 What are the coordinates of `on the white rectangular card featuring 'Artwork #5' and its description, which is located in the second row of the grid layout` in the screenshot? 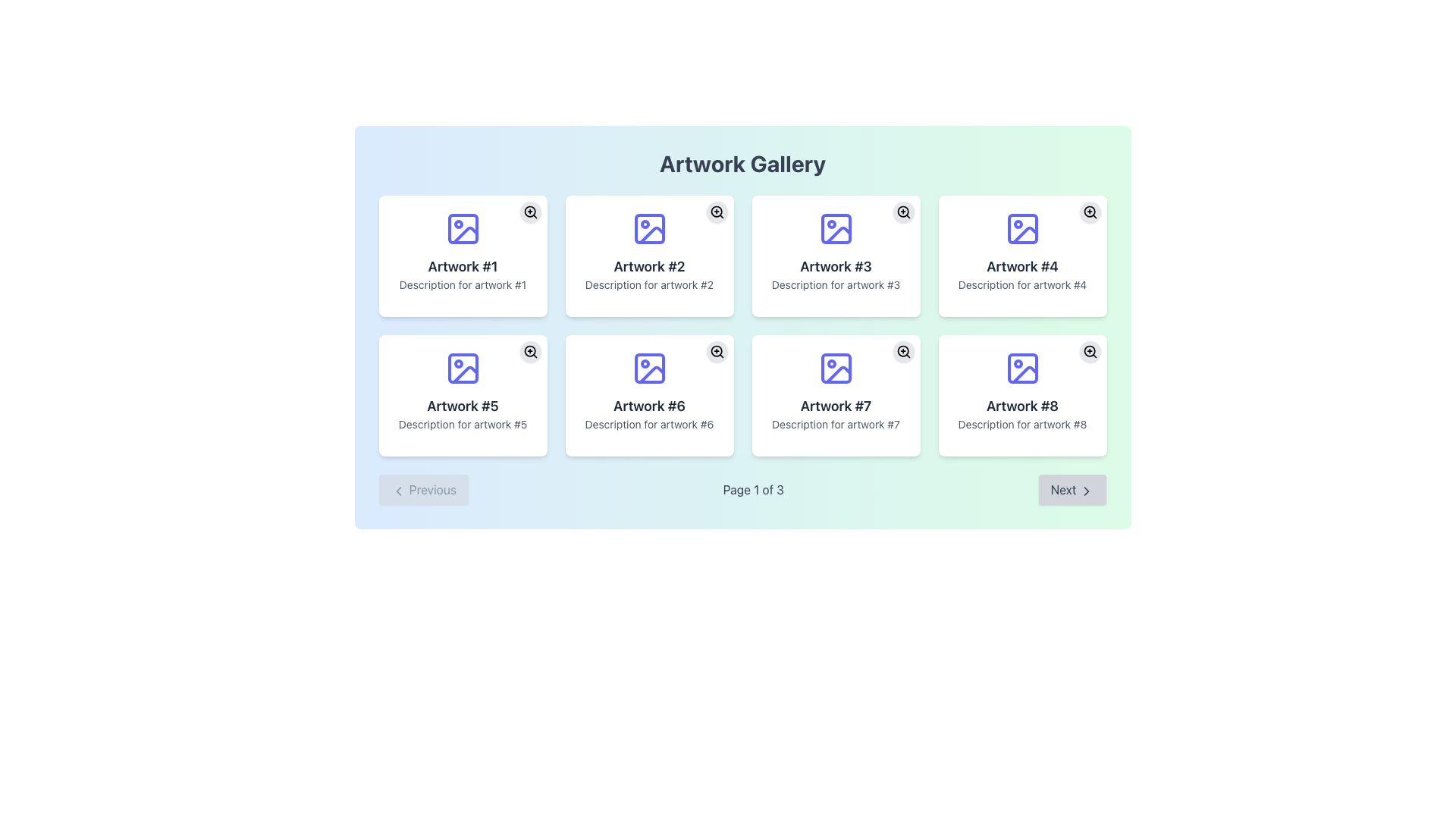 It's located at (462, 394).